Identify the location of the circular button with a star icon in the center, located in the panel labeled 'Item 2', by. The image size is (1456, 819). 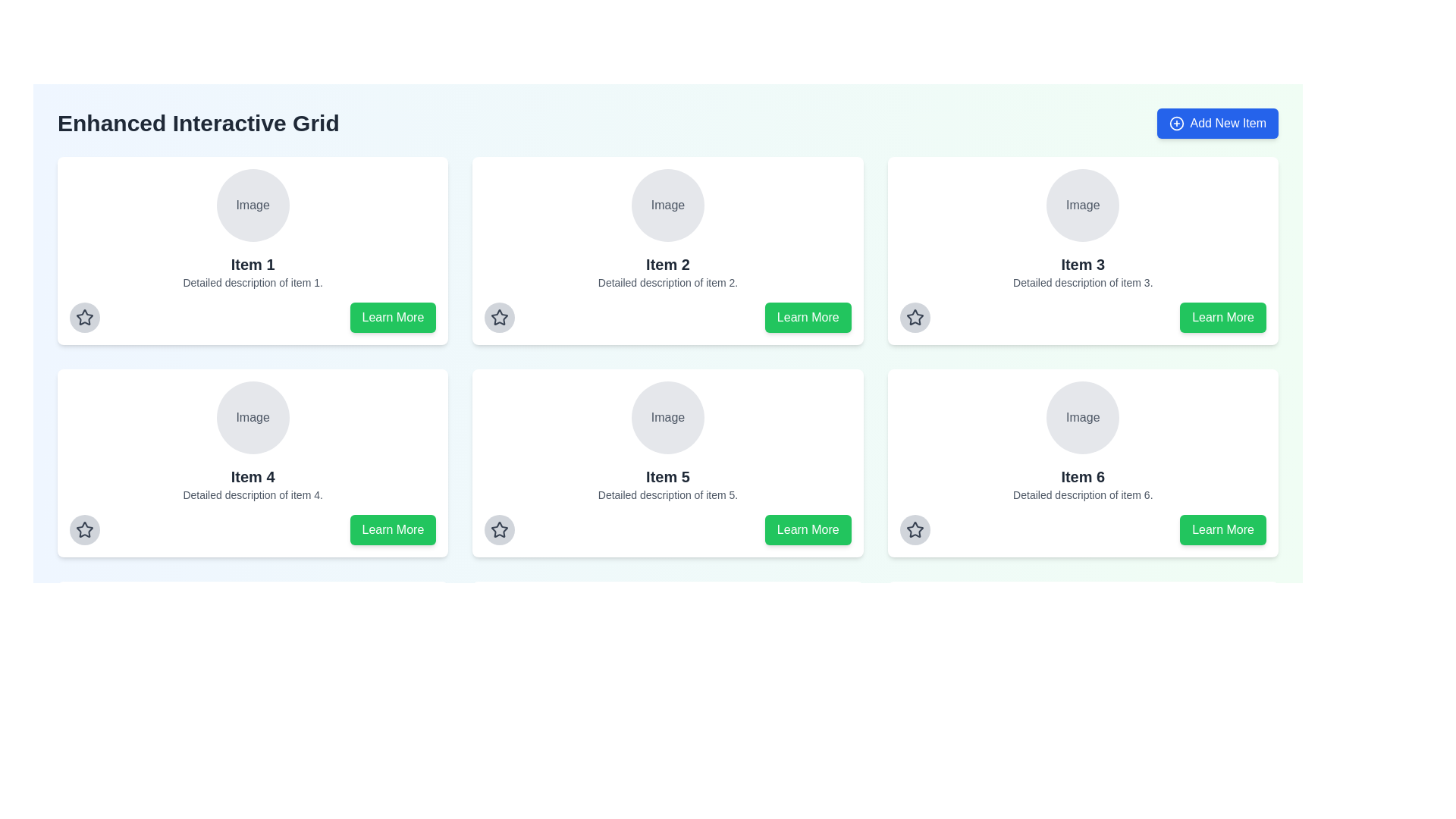
(500, 317).